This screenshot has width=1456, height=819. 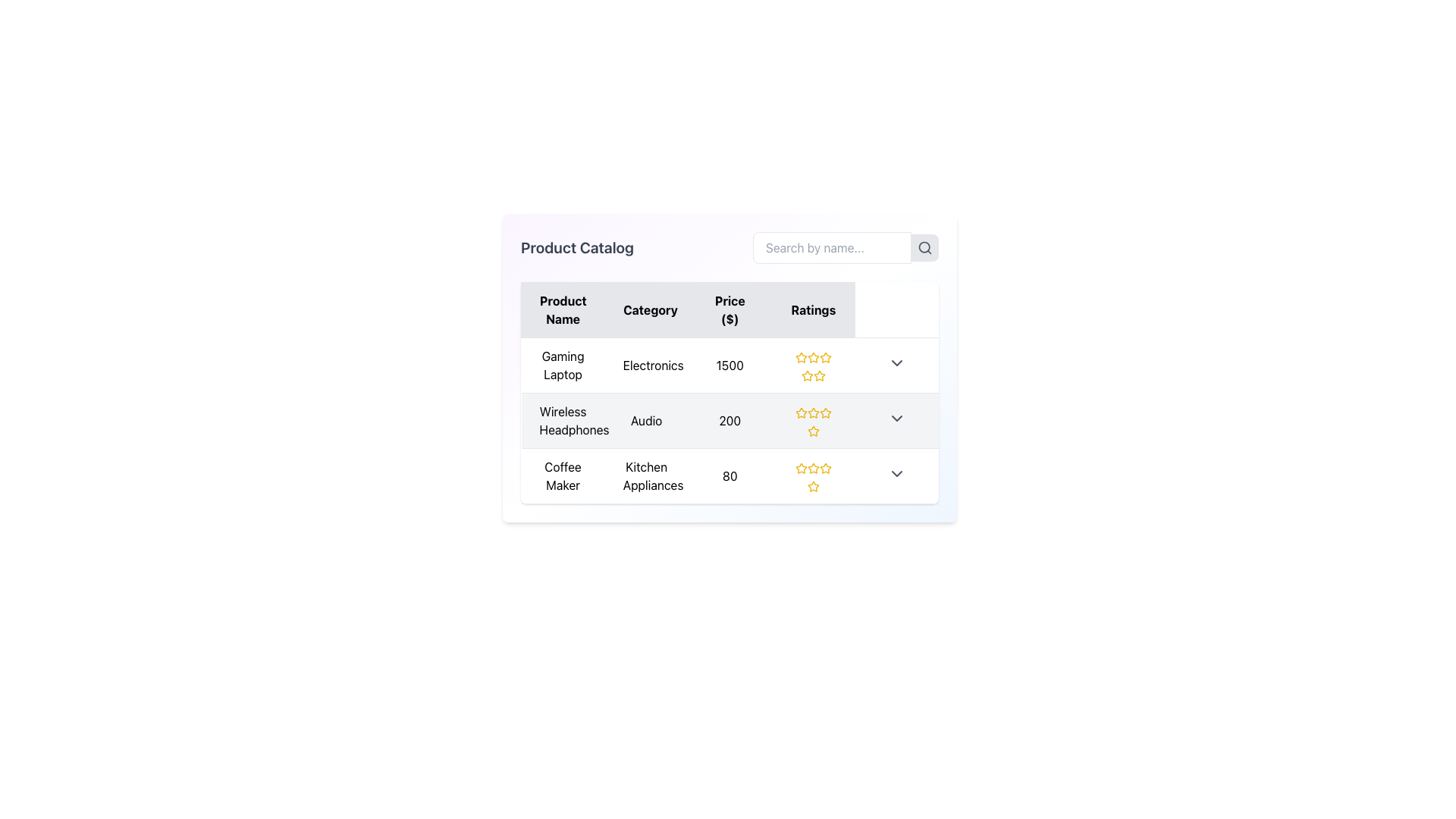 What do you see at coordinates (896, 472) in the screenshot?
I see `the dropdown toggle located at the right end of the 'Ratings' column for the 'Coffee Maker' product` at bounding box center [896, 472].